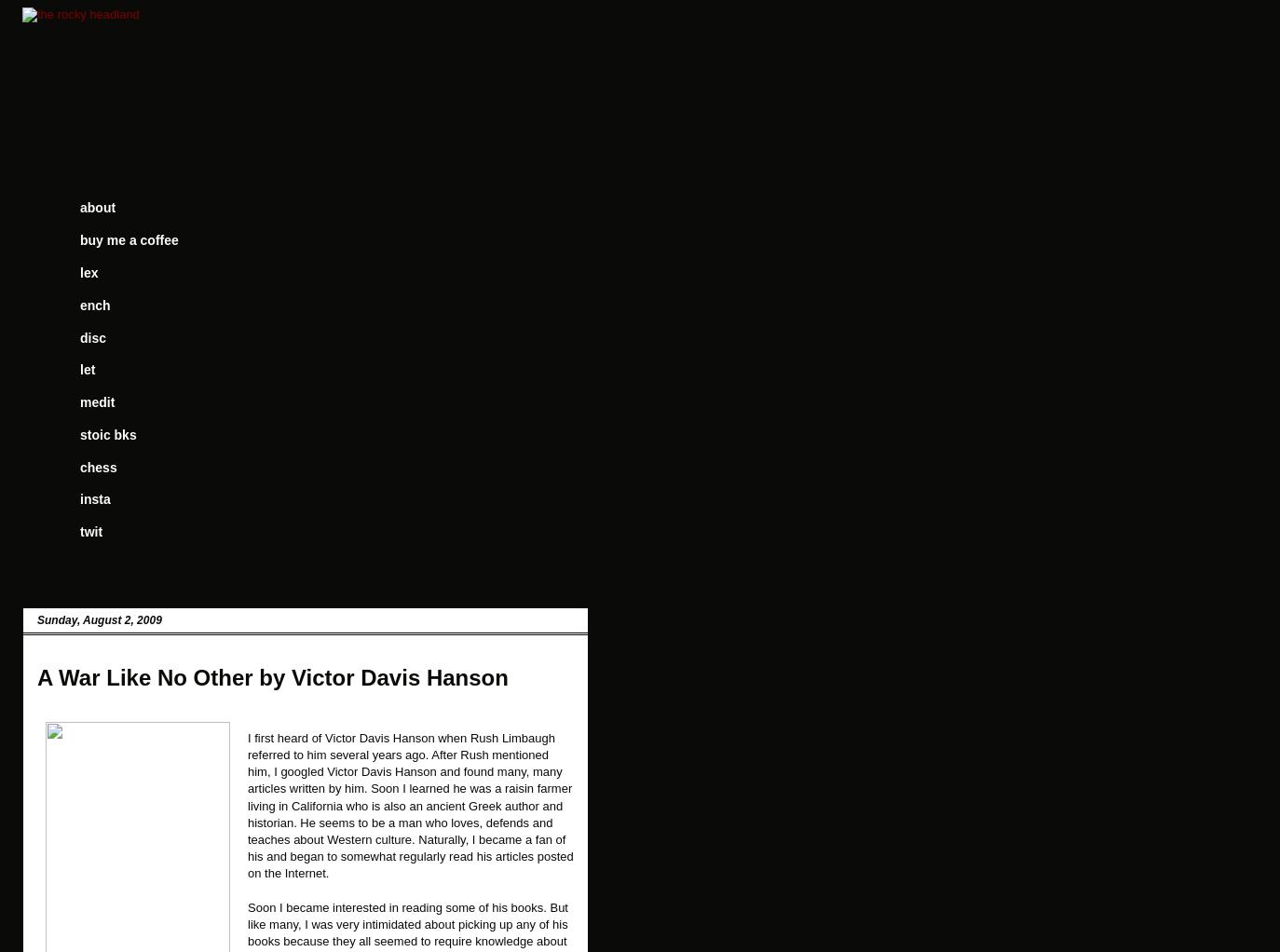 The image size is (1280, 952). I want to click on 'ench', so click(93, 304).